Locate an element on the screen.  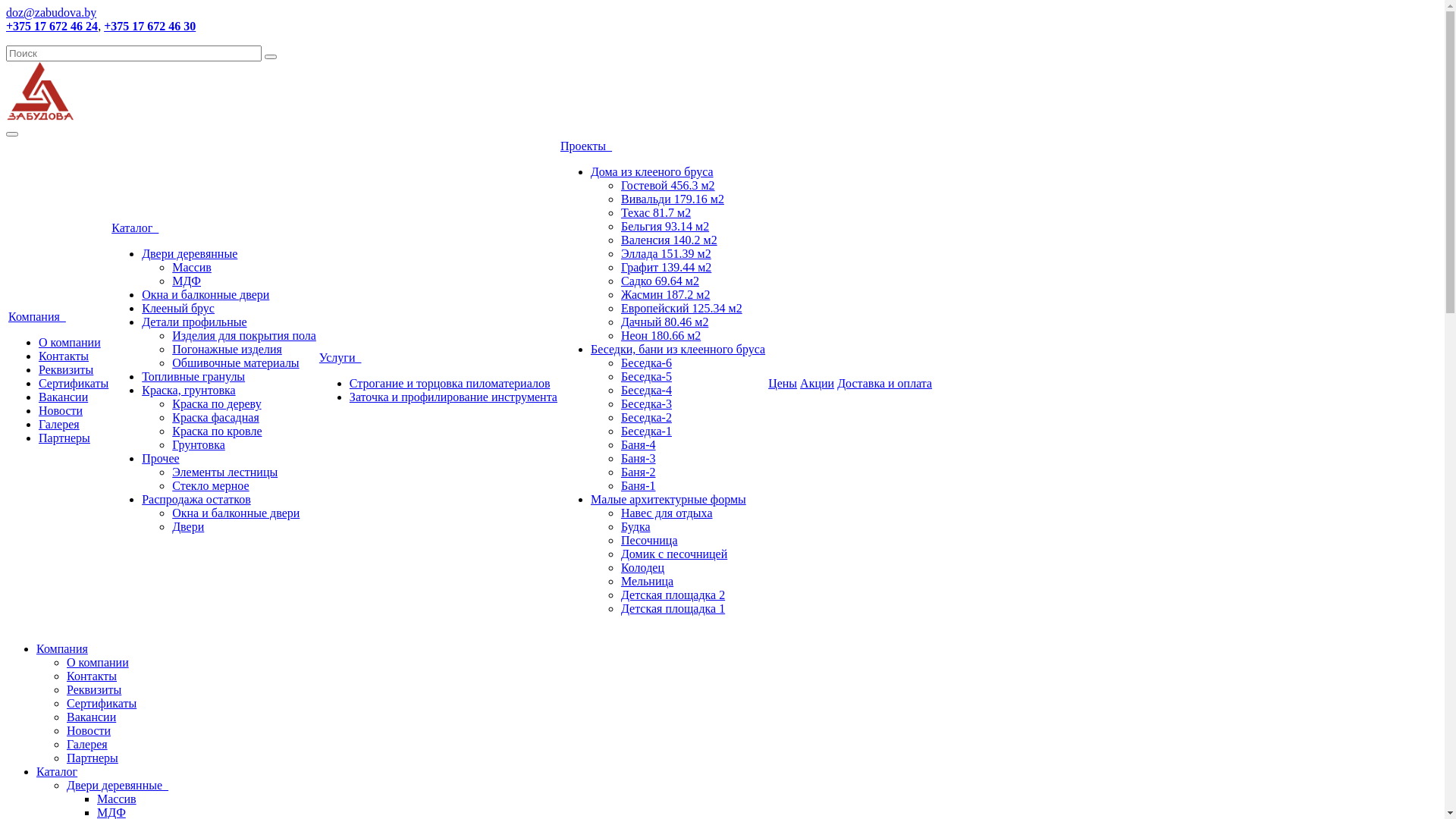
'+375 17 672 46 30' is located at coordinates (103, 26).